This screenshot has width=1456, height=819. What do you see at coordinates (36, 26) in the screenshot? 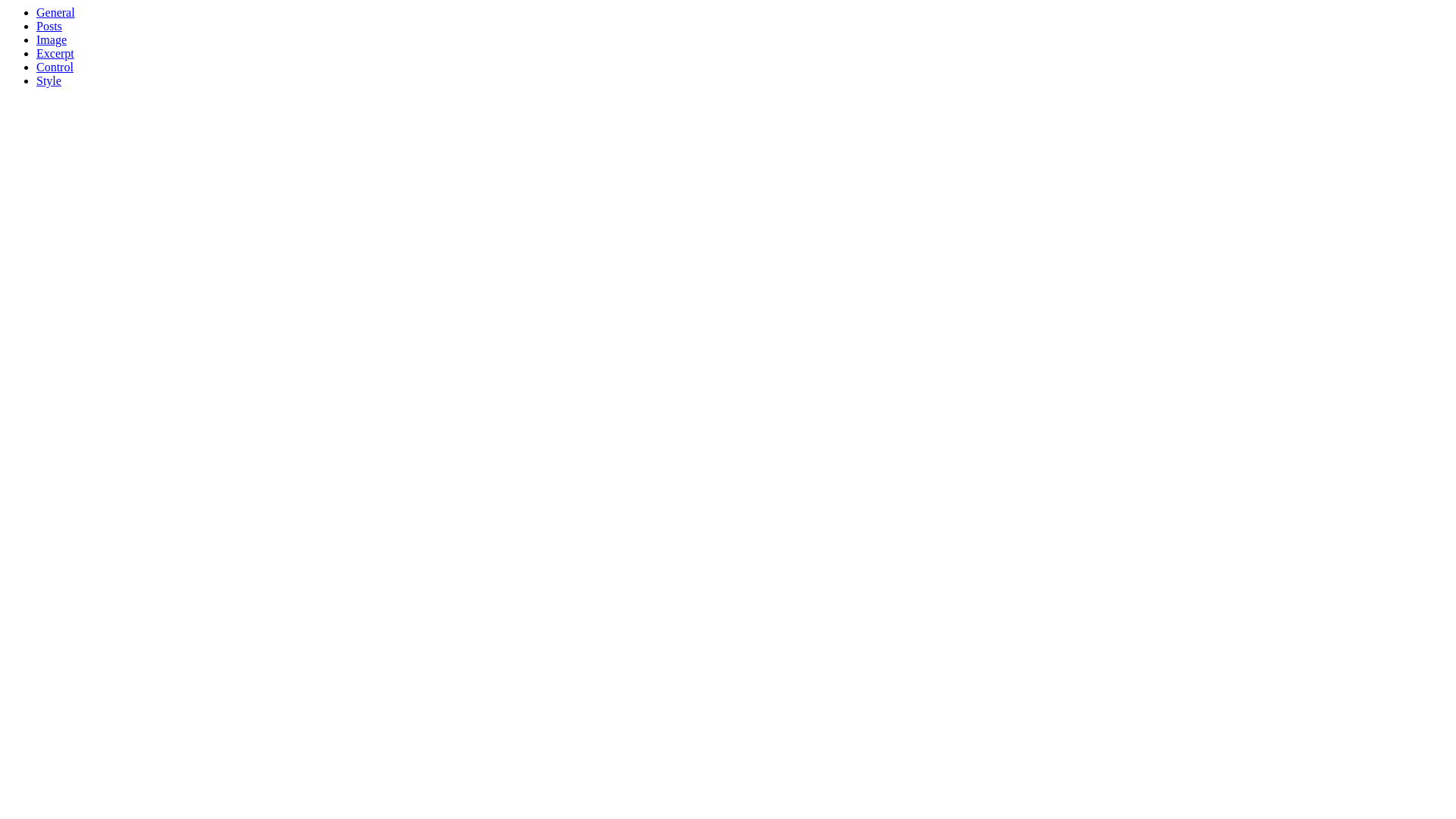
I see `'Posts'` at bounding box center [36, 26].